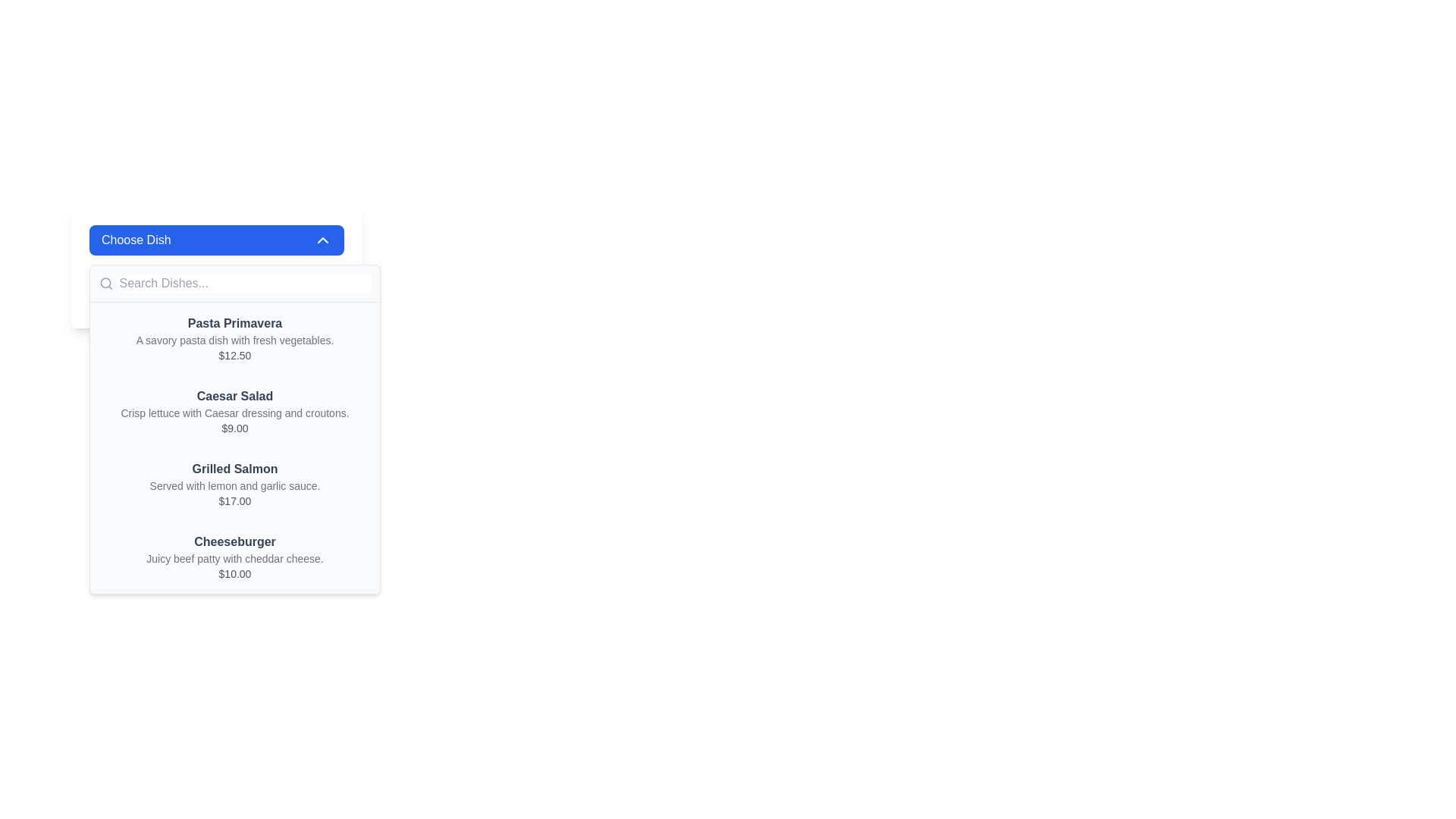 This screenshot has height=819, width=1456. Describe the element at coordinates (216, 239) in the screenshot. I see `the button that reveals or hides the dropdown menu for selecting dishes, located above the search input area` at that location.